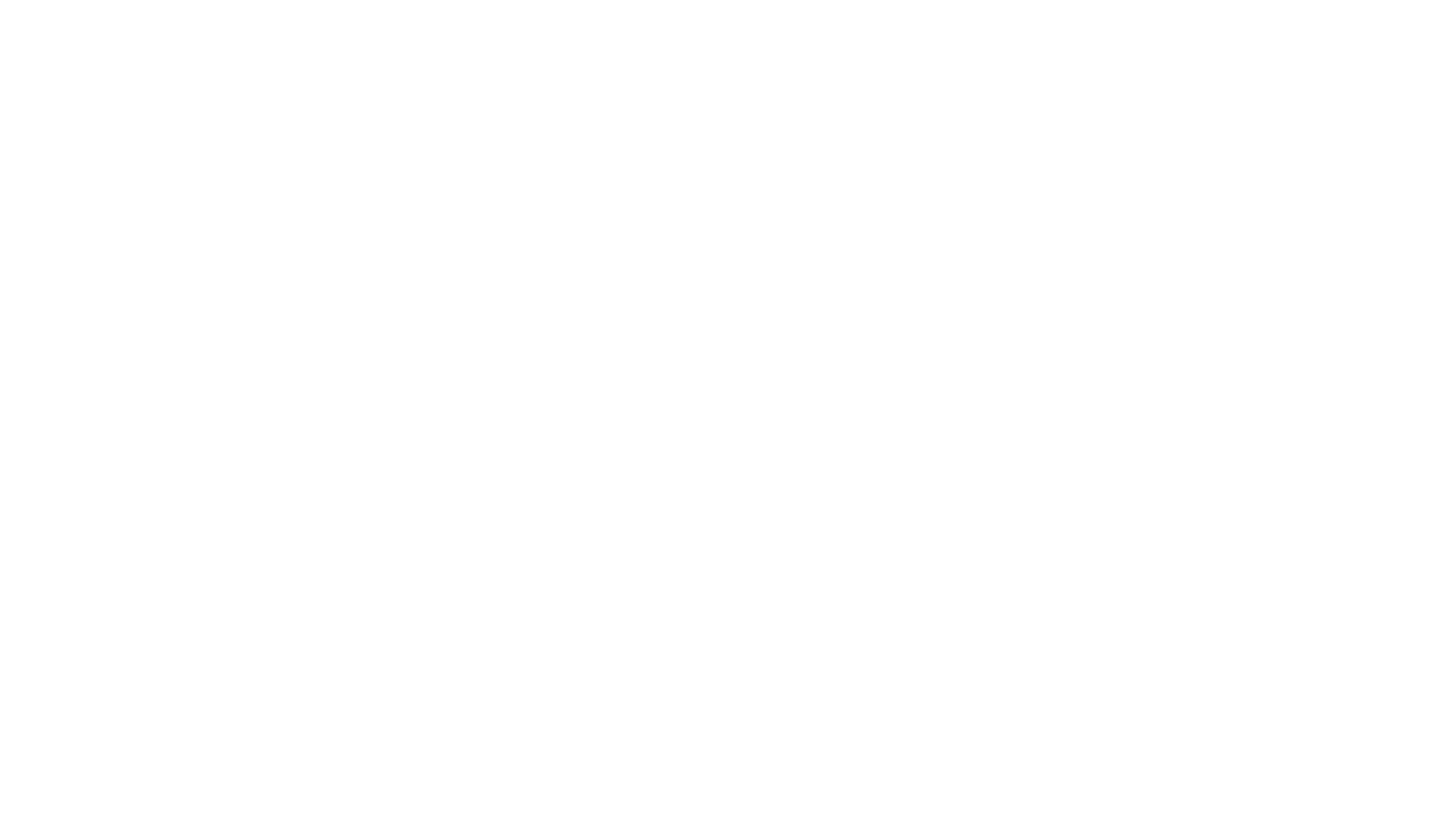  I want to click on 'Muddy Scamp- a medium dry punchy traditional cider', so click(442, 173).